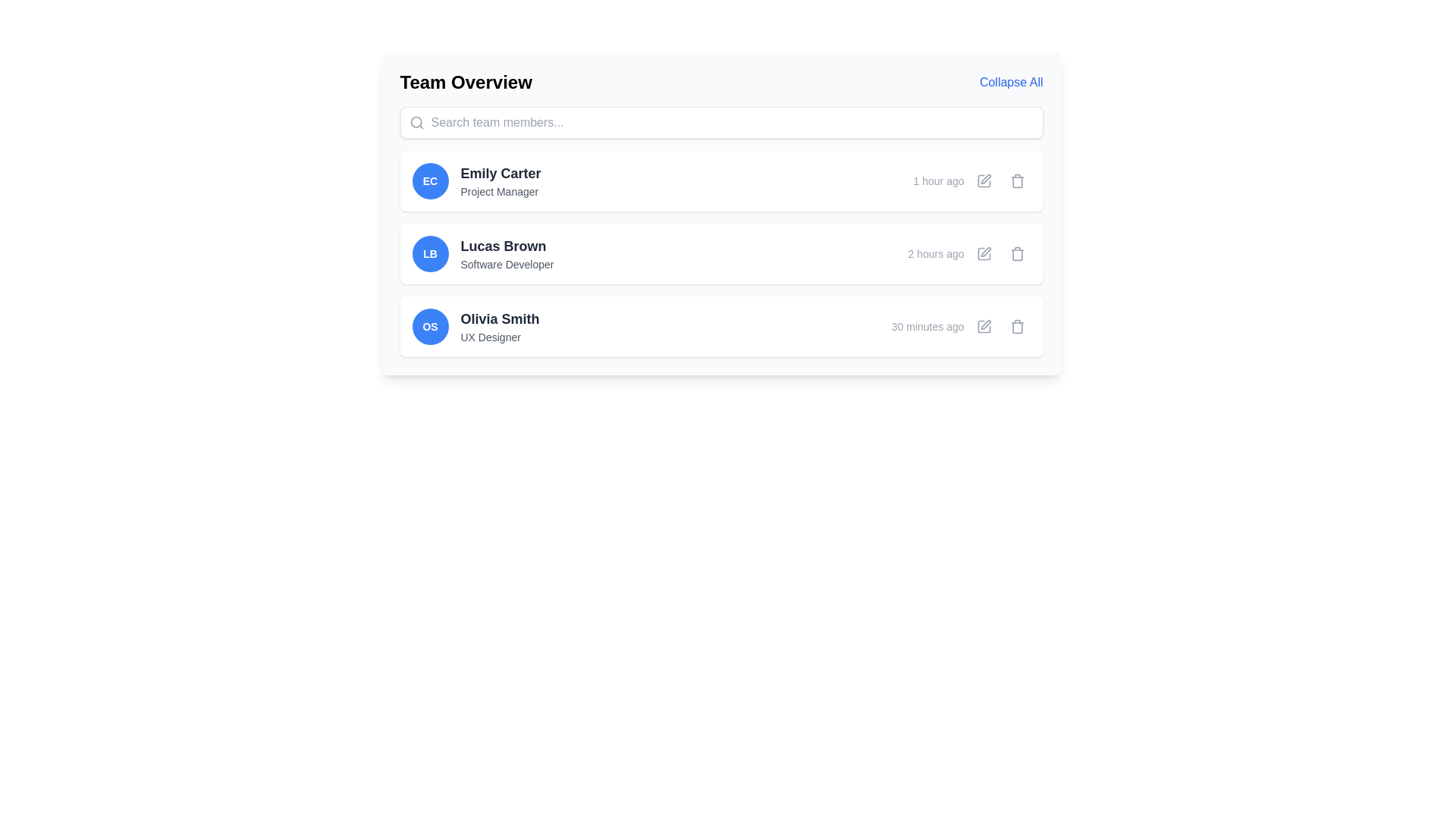 The height and width of the screenshot is (819, 1456). Describe the element at coordinates (720, 180) in the screenshot. I see `the Profile Card, which displays a team member's information and is the first item` at that location.